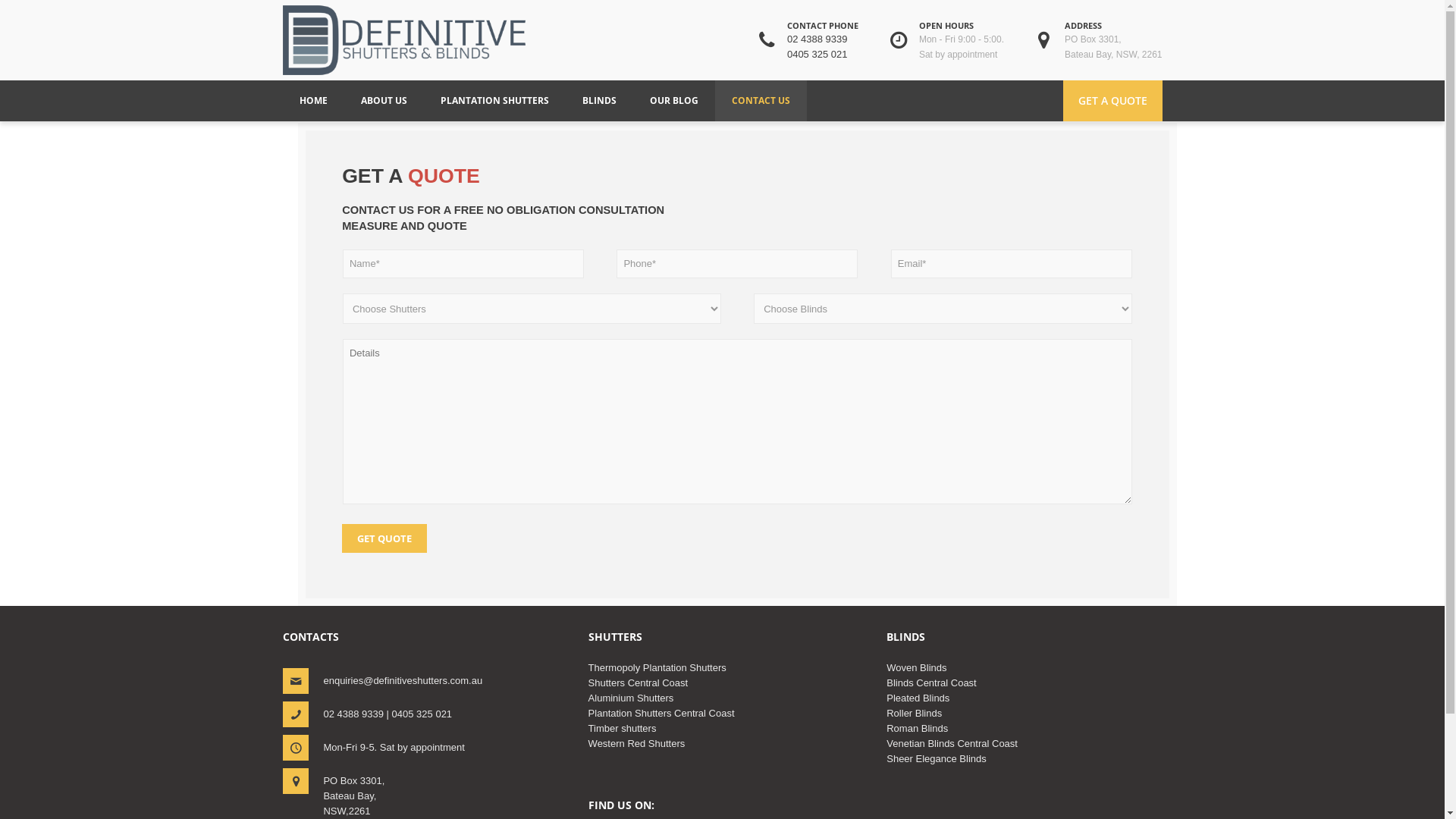  Describe the element at coordinates (935, 758) in the screenshot. I see `'Sheer Elegance Blinds'` at that location.